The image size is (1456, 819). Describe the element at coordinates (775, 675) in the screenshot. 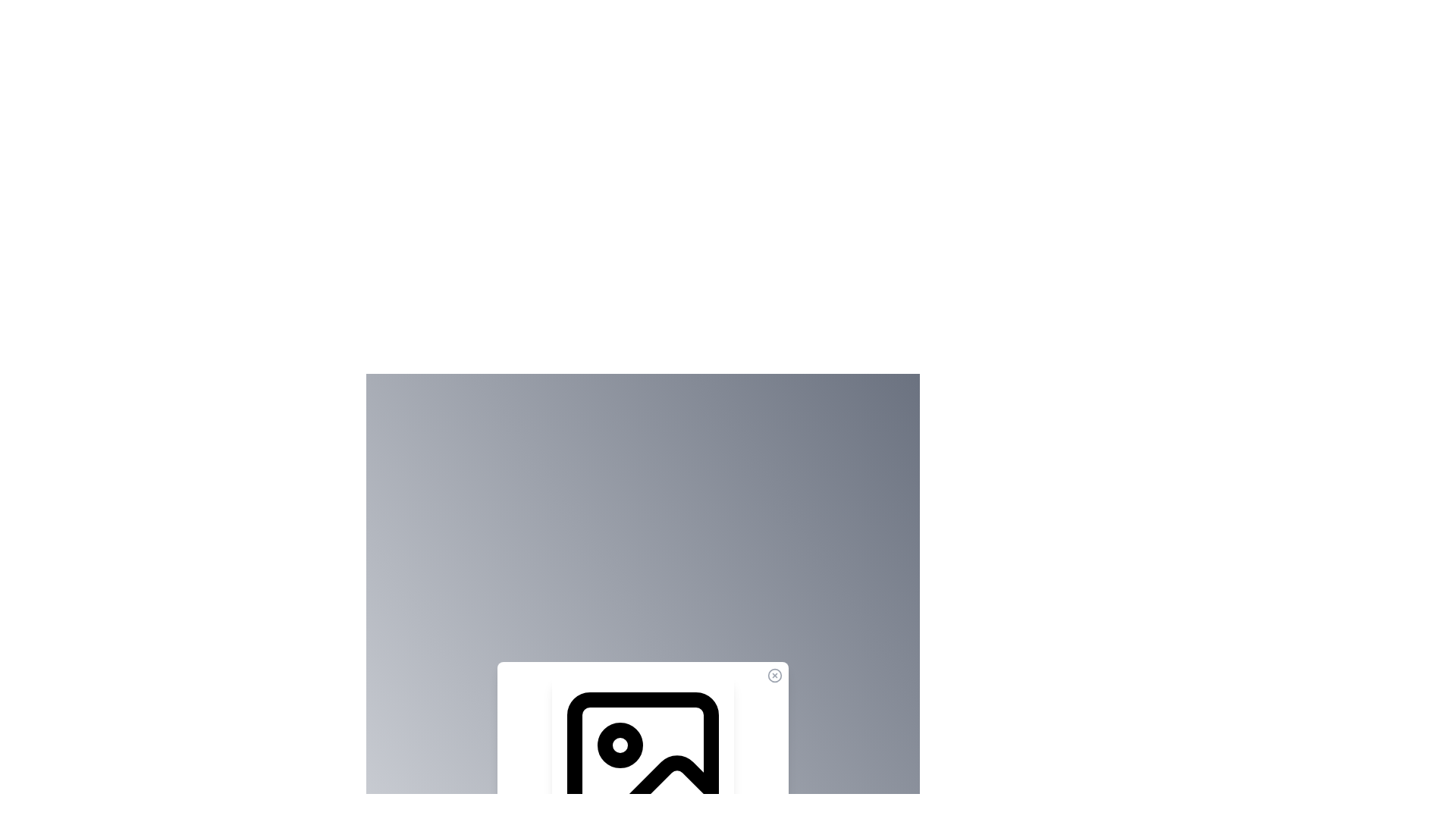

I see `the close button located at the top-right corner of the card-shaped component` at that location.